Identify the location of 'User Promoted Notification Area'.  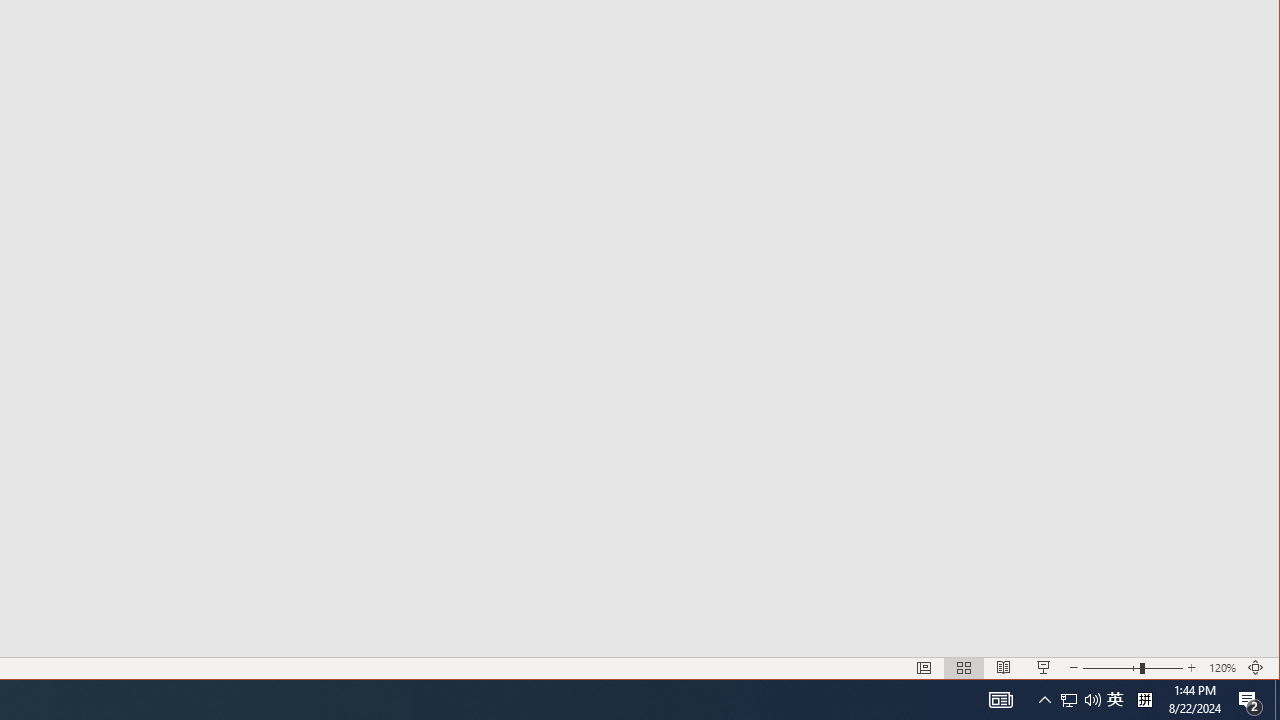
(1079, 698).